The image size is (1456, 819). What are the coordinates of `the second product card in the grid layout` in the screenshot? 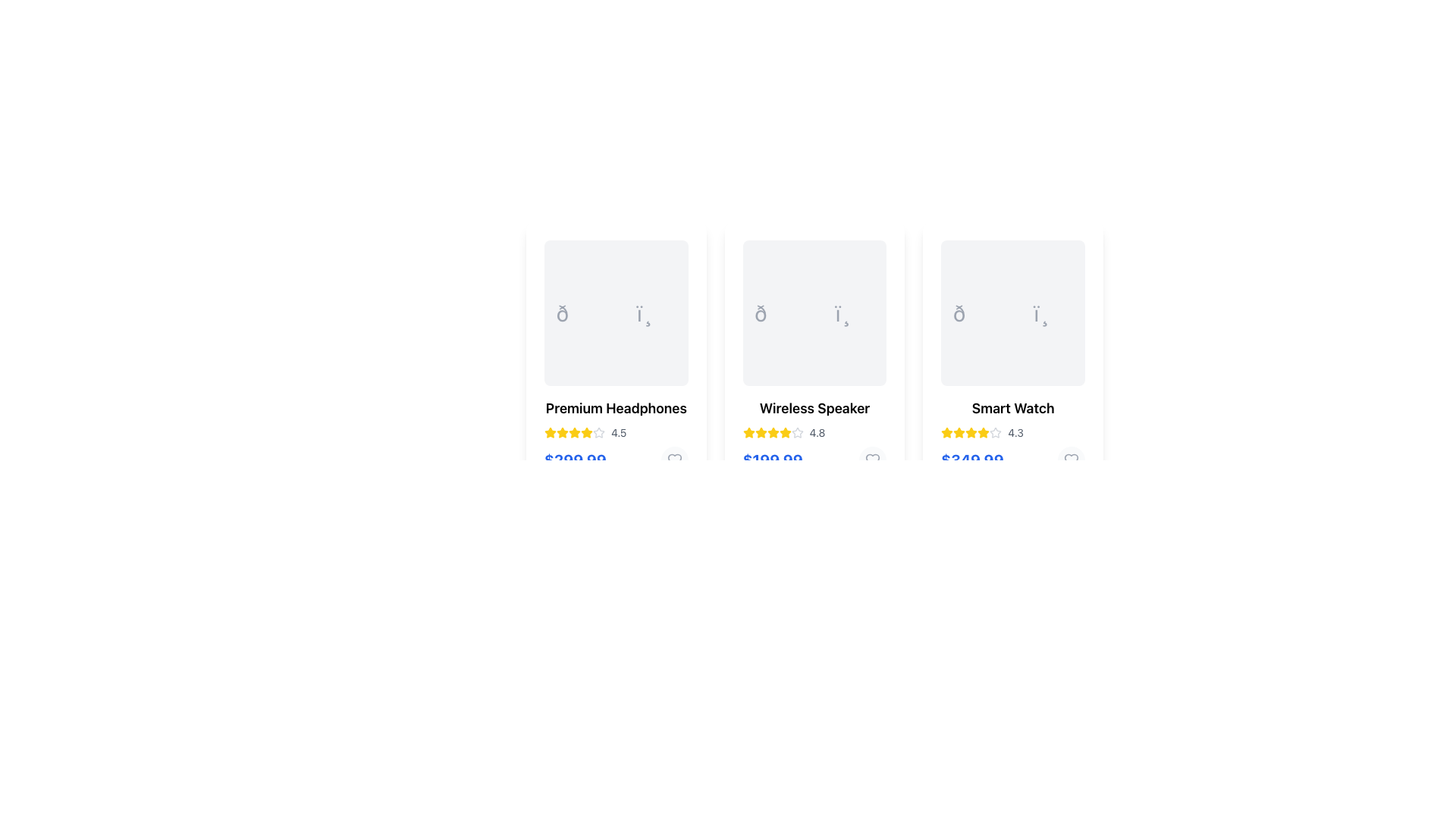 It's located at (814, 322).